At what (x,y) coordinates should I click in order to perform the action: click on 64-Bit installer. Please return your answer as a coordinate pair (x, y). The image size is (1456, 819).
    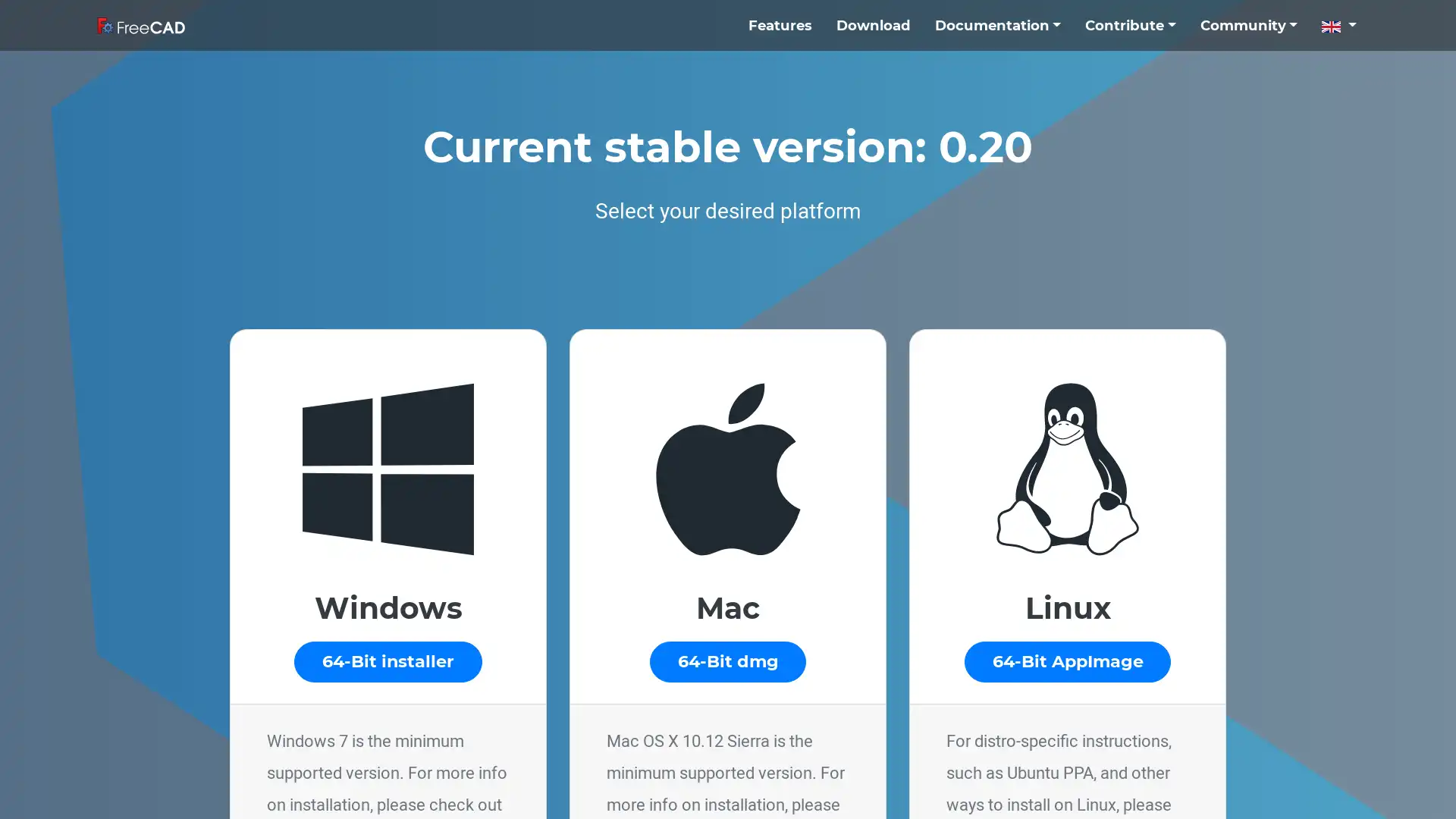
    Looking at the image, I should click on (388, 661).